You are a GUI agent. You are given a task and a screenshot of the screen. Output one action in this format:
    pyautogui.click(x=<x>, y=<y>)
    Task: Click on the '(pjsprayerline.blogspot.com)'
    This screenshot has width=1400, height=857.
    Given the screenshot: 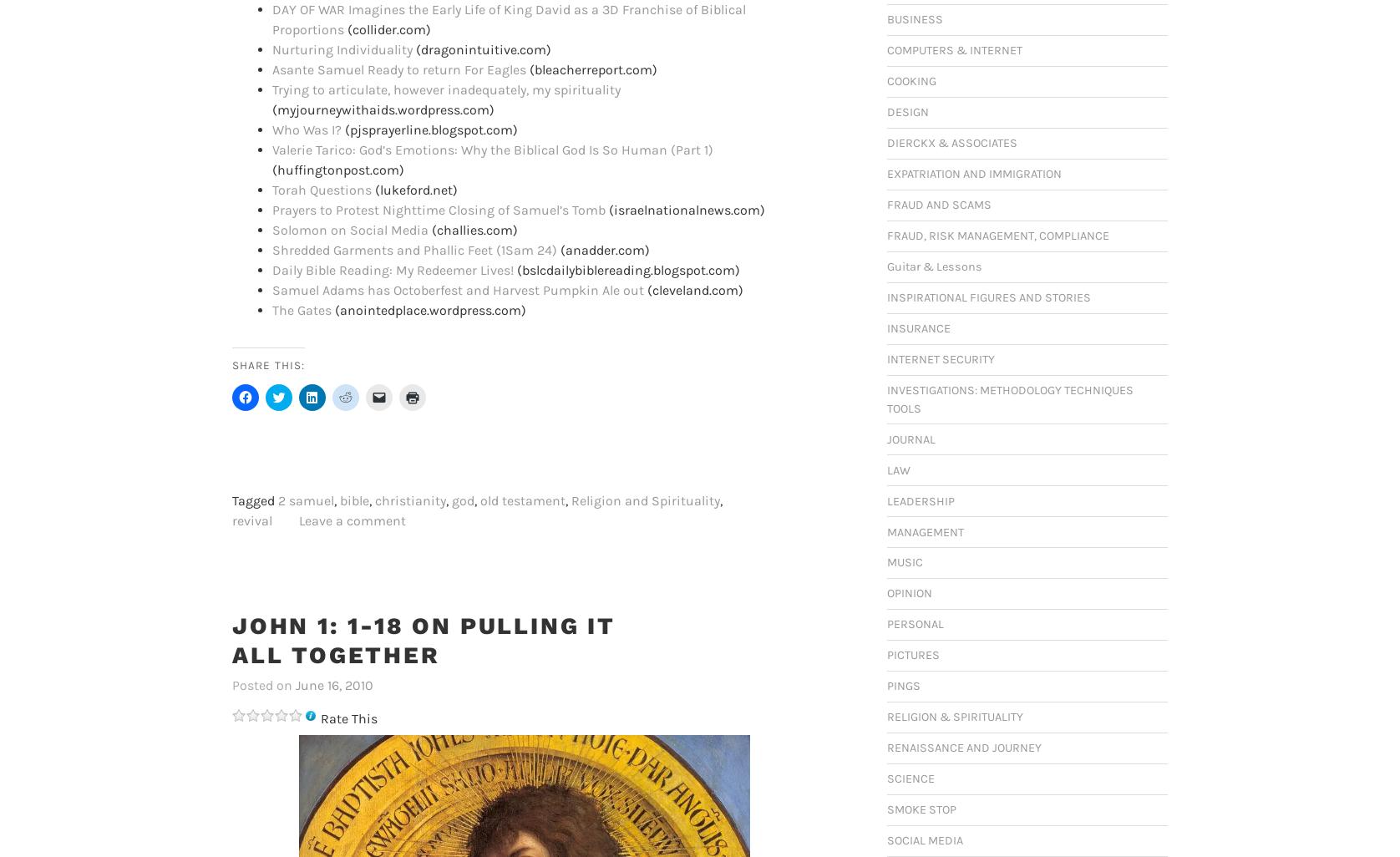 What is the action you would take?
    pyautogui.click(x=340, y=129)
    